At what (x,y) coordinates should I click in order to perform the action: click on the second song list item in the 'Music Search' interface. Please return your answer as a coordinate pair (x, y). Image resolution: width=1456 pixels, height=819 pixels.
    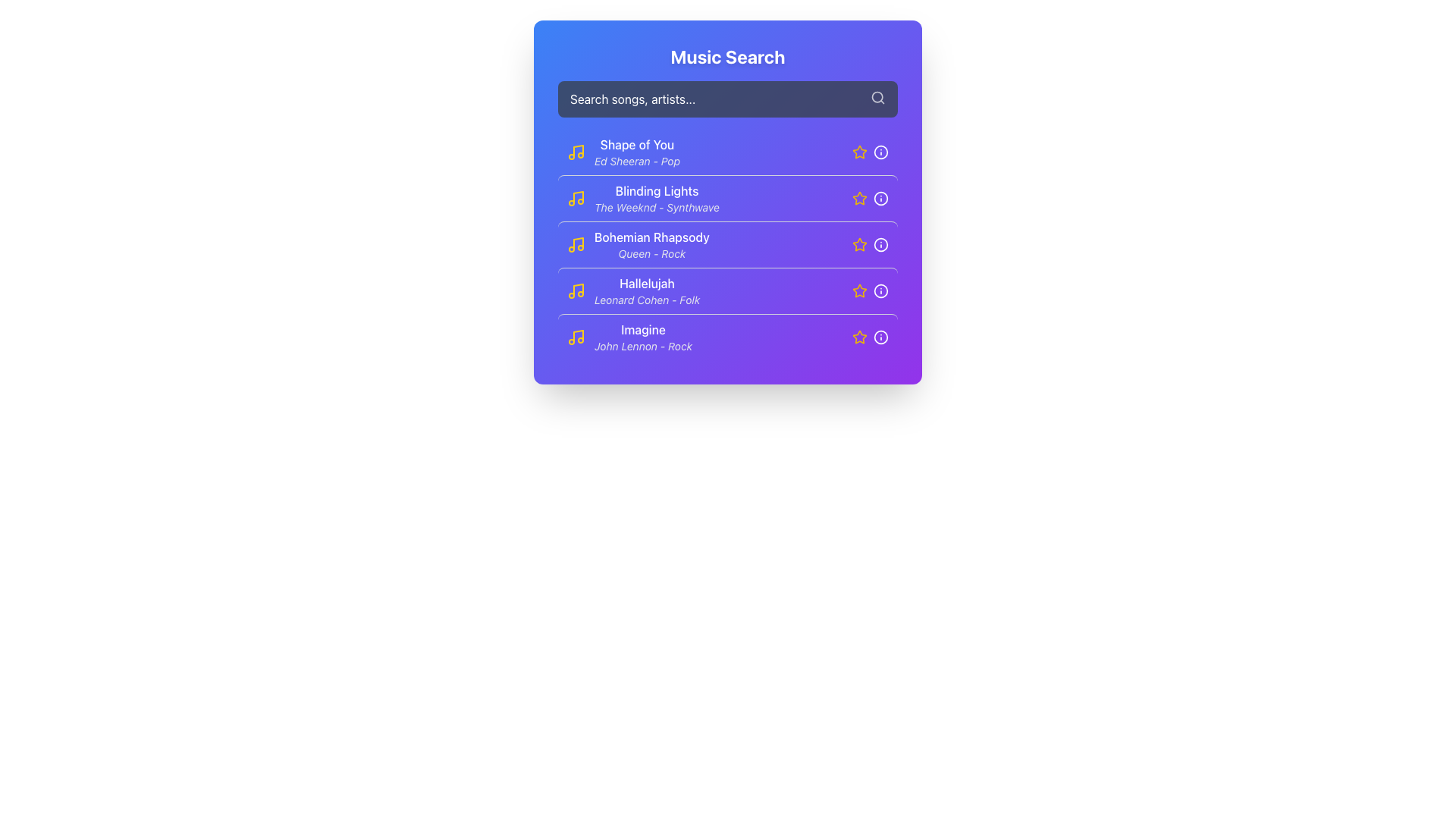
    Looking at the image, I should click on (657, 198).